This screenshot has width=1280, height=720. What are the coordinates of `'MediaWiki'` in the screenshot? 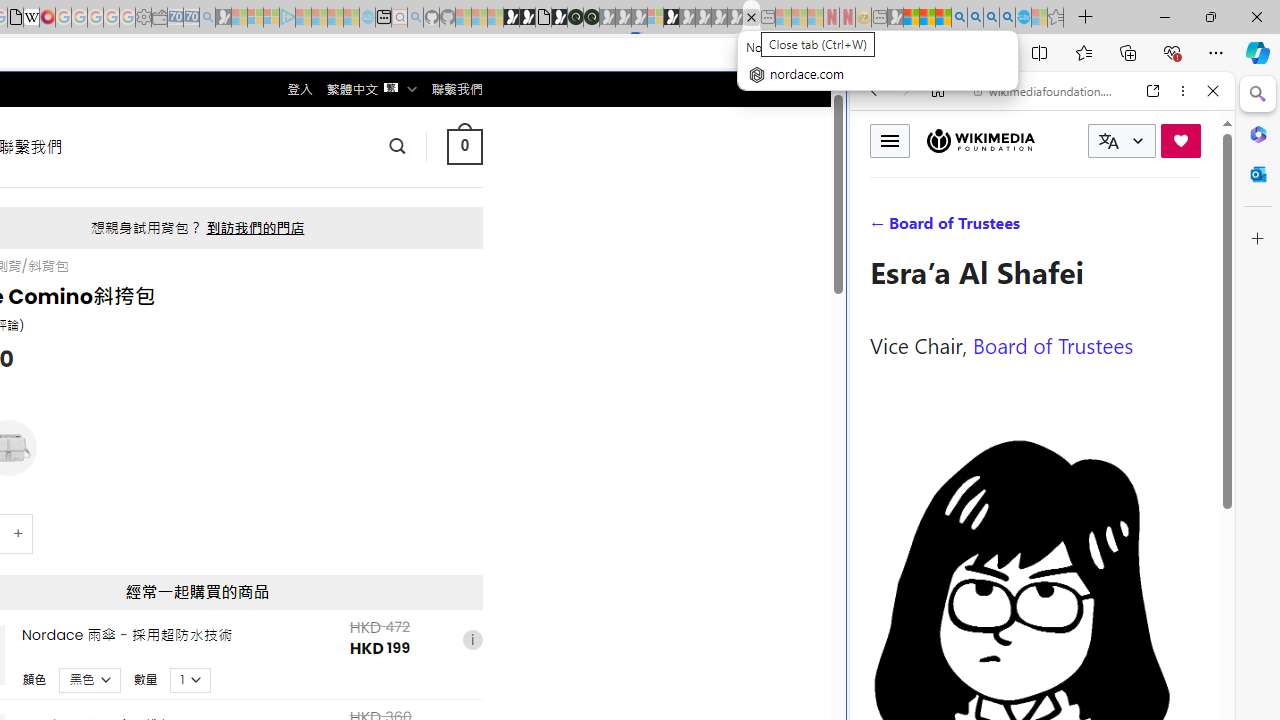 It's located at (47, 17).